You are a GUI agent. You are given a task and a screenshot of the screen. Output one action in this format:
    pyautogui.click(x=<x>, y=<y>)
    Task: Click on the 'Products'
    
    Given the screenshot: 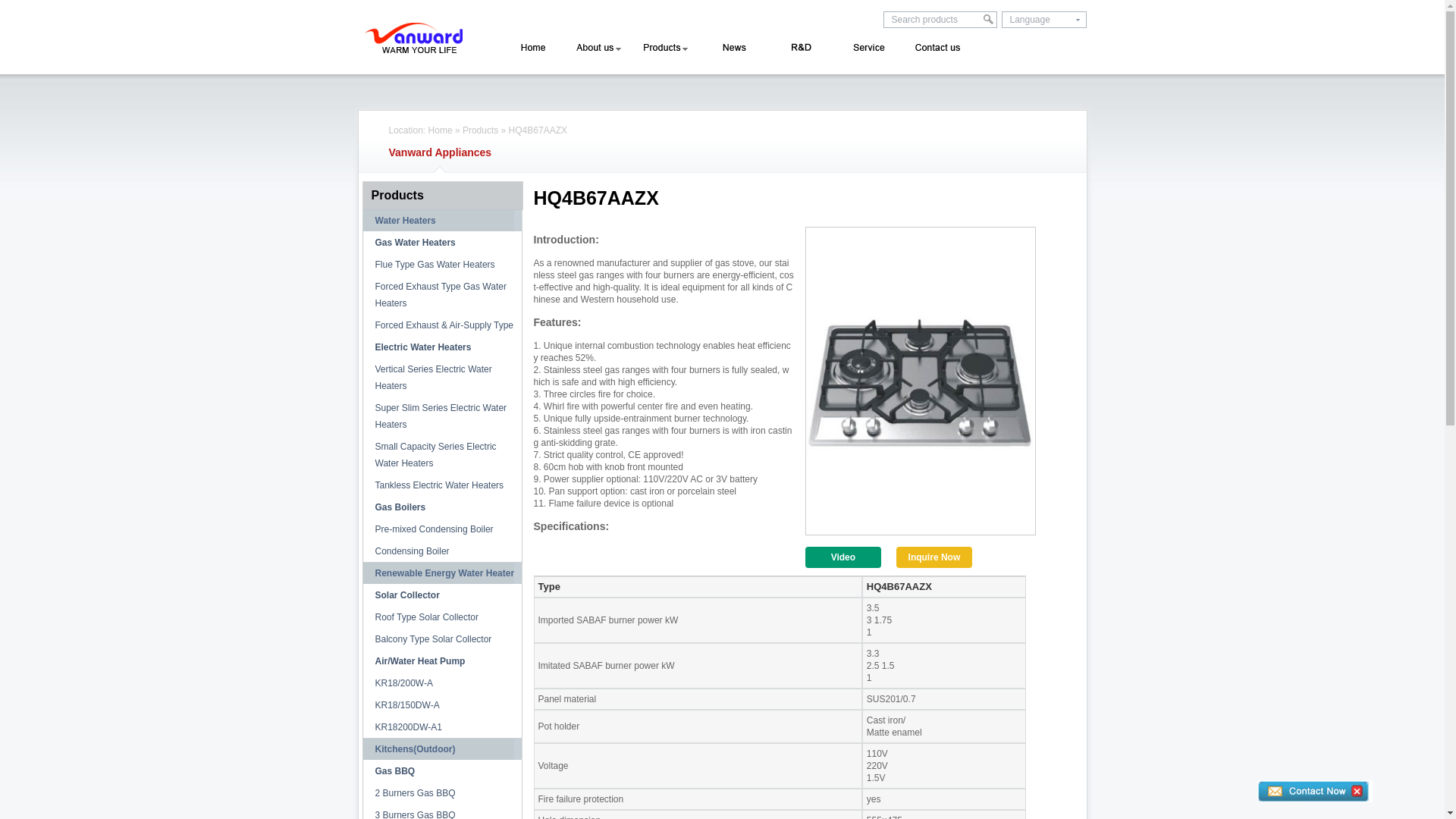 What is the action you would take?
    pyautogui.click(x=479, y=130)
    